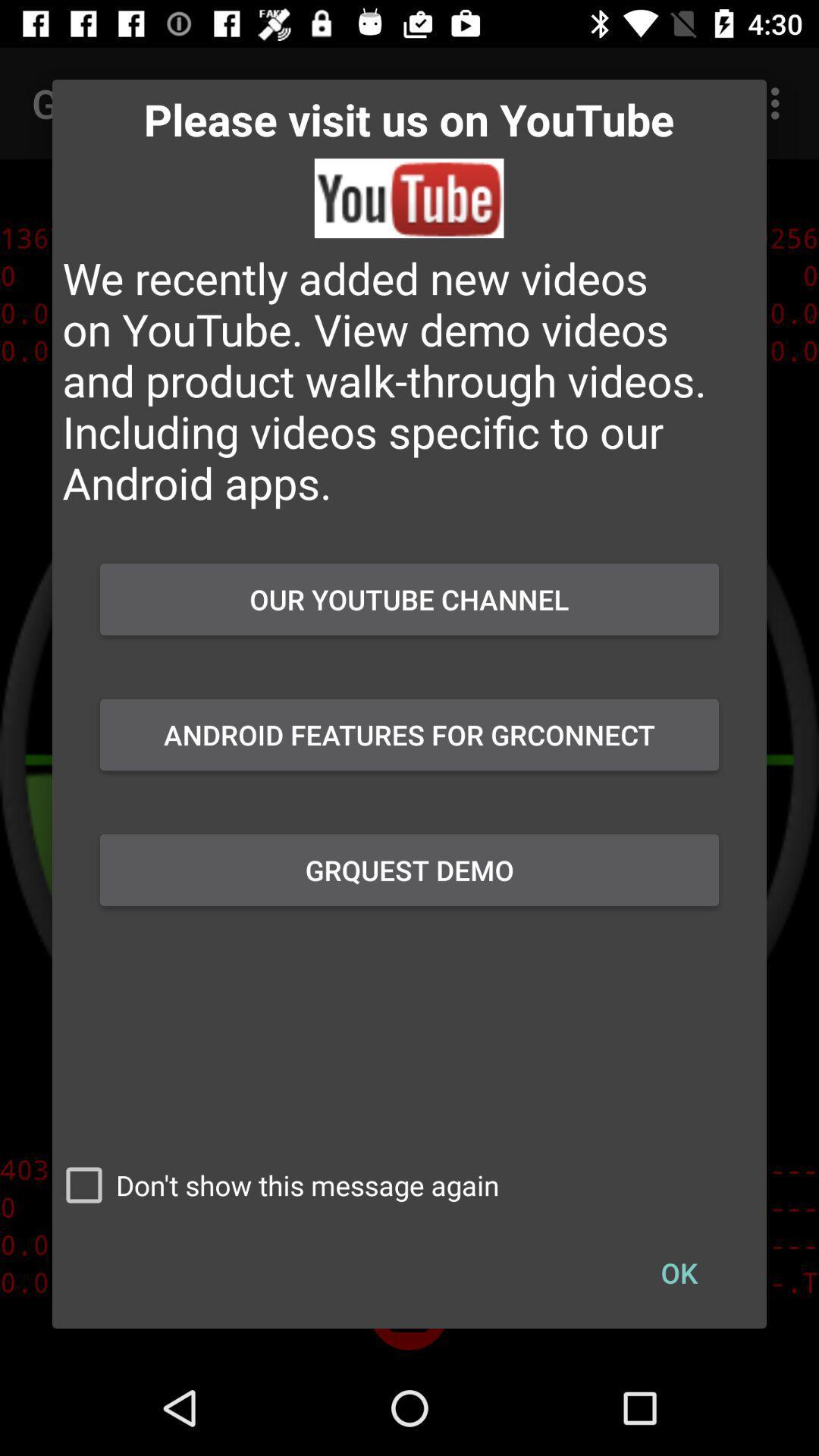  Describe the element at coordinates (678, 1272) in the screenshot. I see `the ok icon` at that location.